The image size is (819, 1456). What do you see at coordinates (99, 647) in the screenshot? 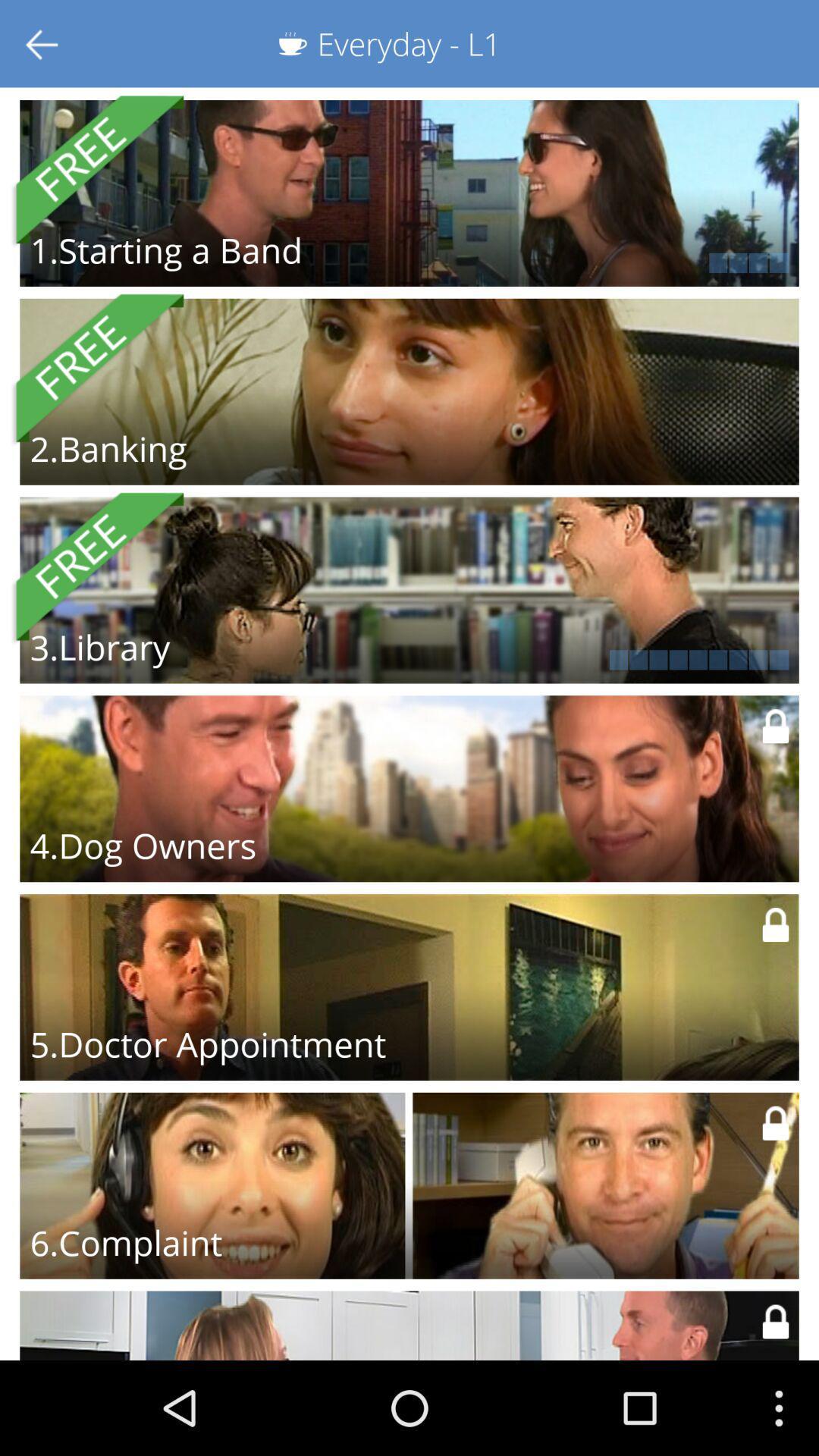
I see `3.library` at bounding box center [99, 647].